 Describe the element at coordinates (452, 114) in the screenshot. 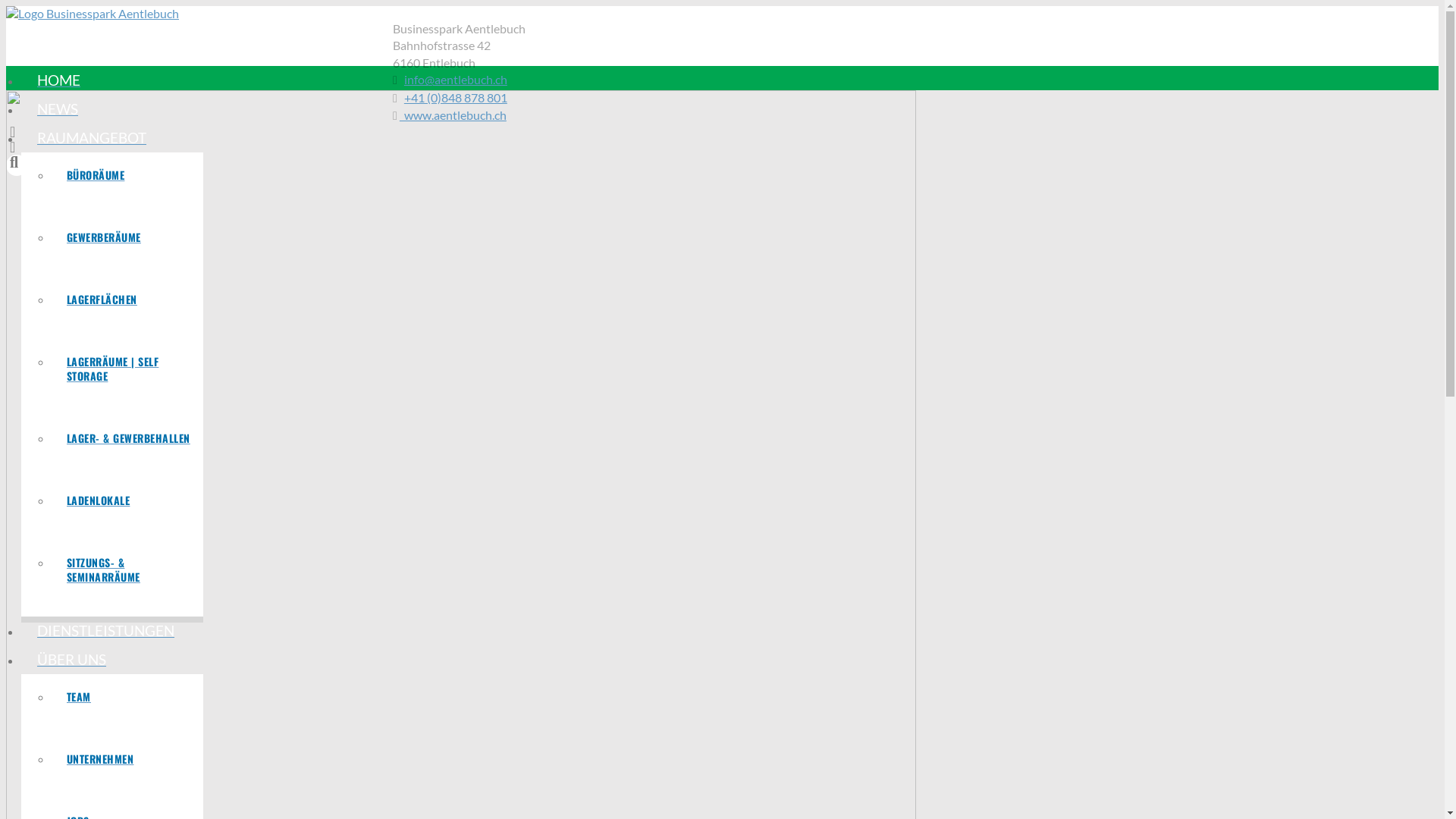

I see `'  www.aentlebuch.ch'` at that location.